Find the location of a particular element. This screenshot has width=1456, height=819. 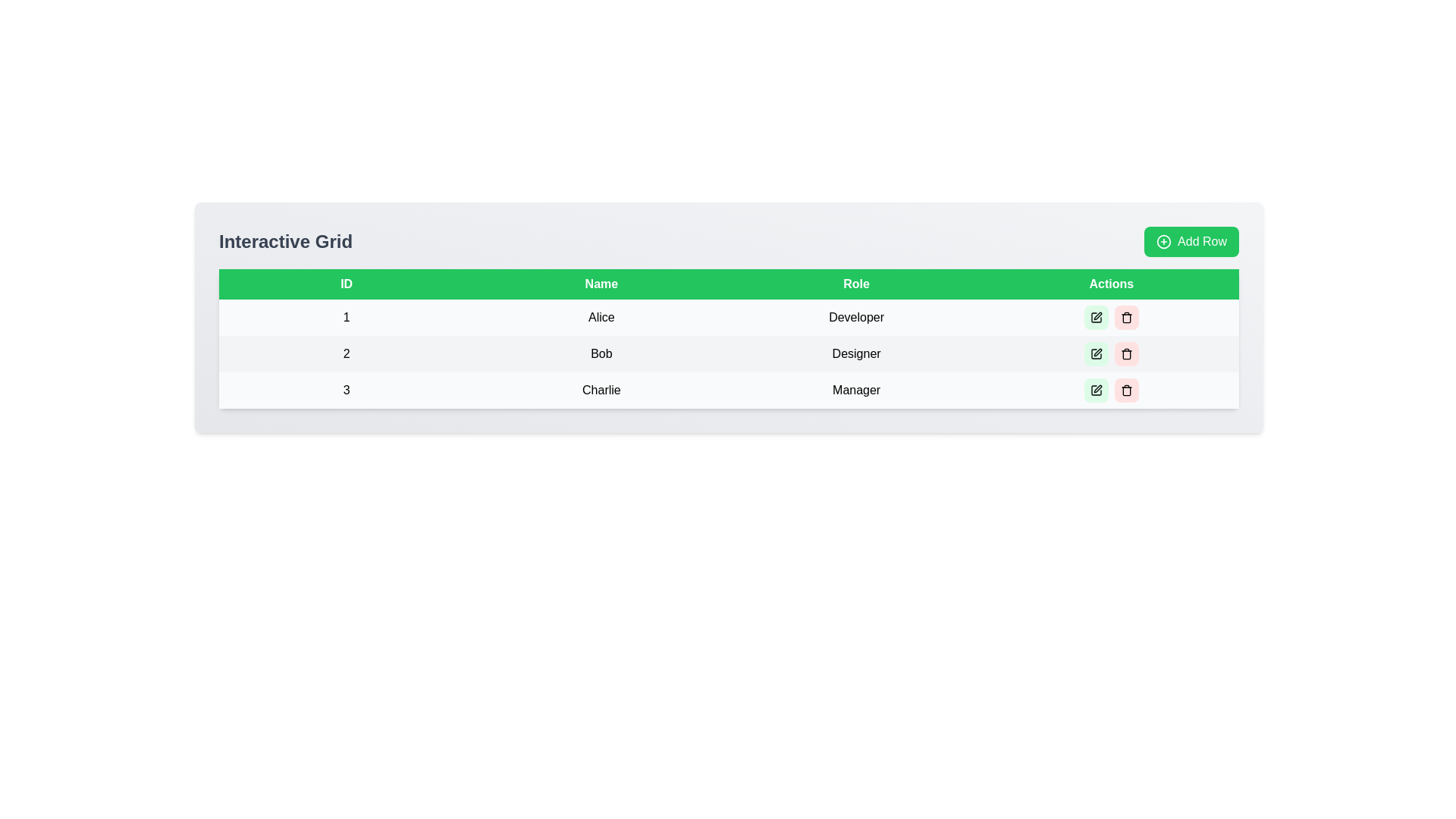

the second row in the table which summarizes specific details including ID, name, and role is located at coordinates (729, 353).